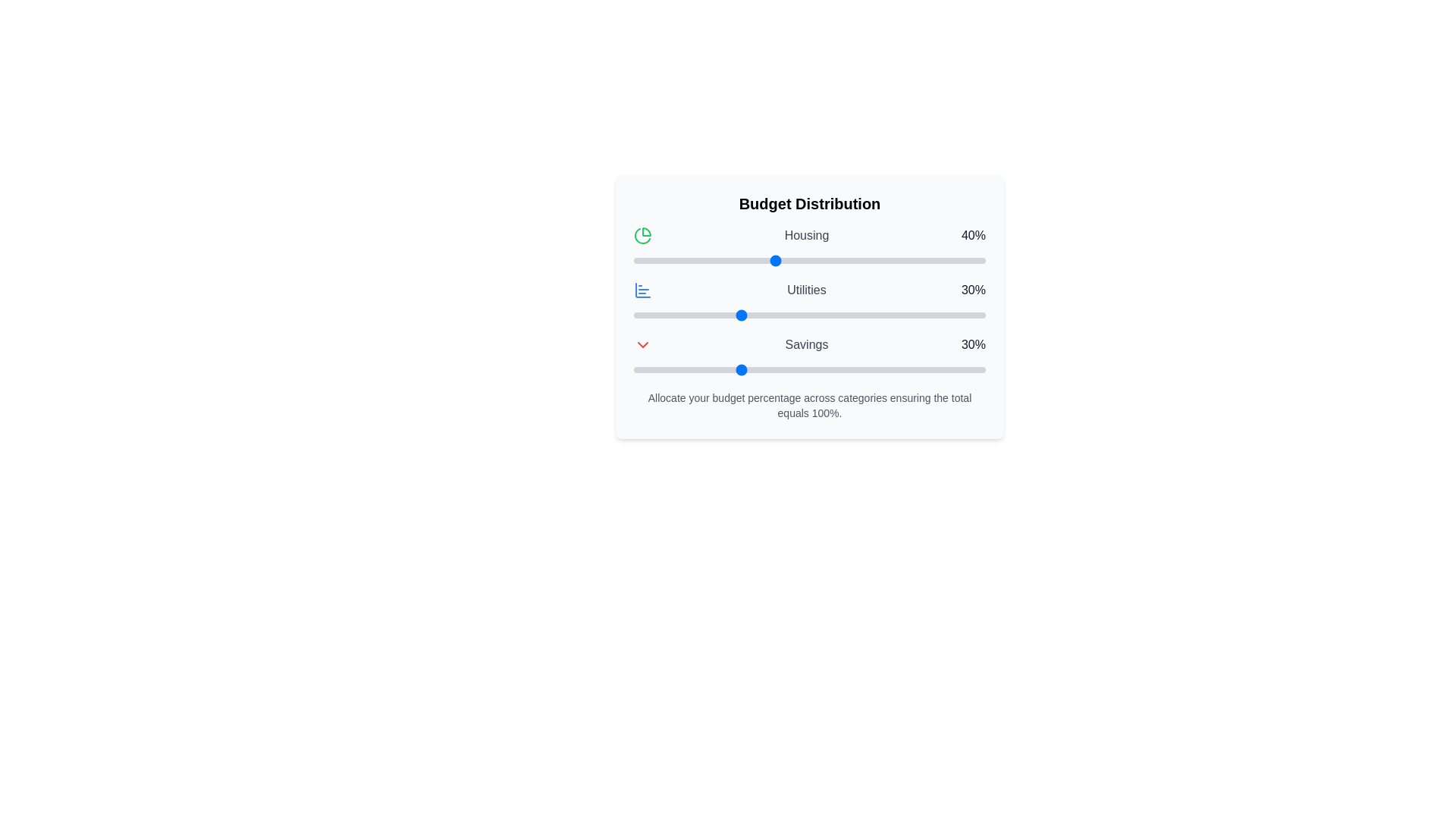 The image size is (1456, 819). Describe the element at coordinates (809, 405) in the screenshot. I see `the guideline text that instructs users about ensuring their budget allocation adds up to 100%, positioned at the bottom of the budget distribution card beneath the category sliders` at that location.